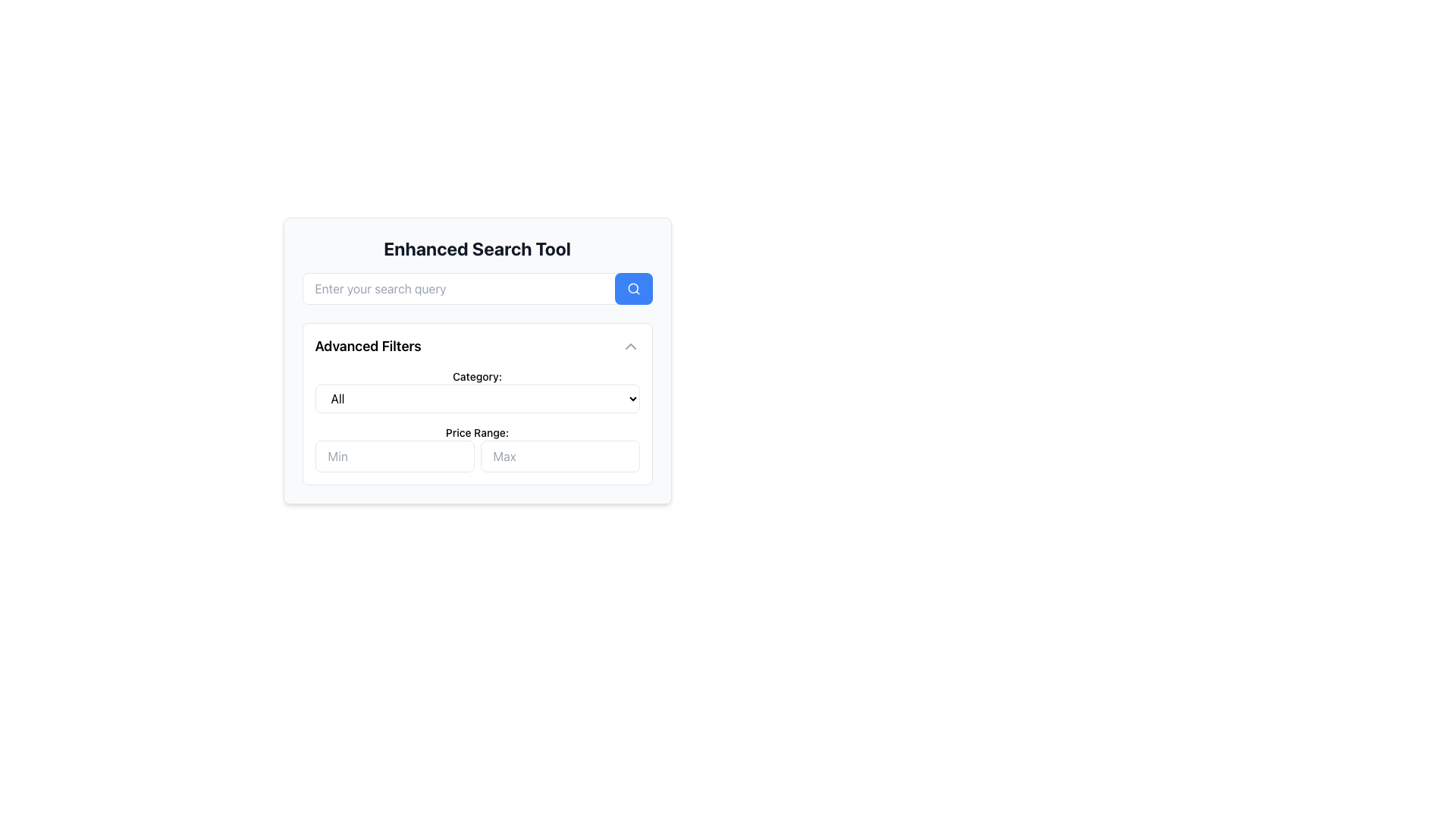  I want to click on the search icon located within the blue button on the right edge of the search bar, so click(633, 289).